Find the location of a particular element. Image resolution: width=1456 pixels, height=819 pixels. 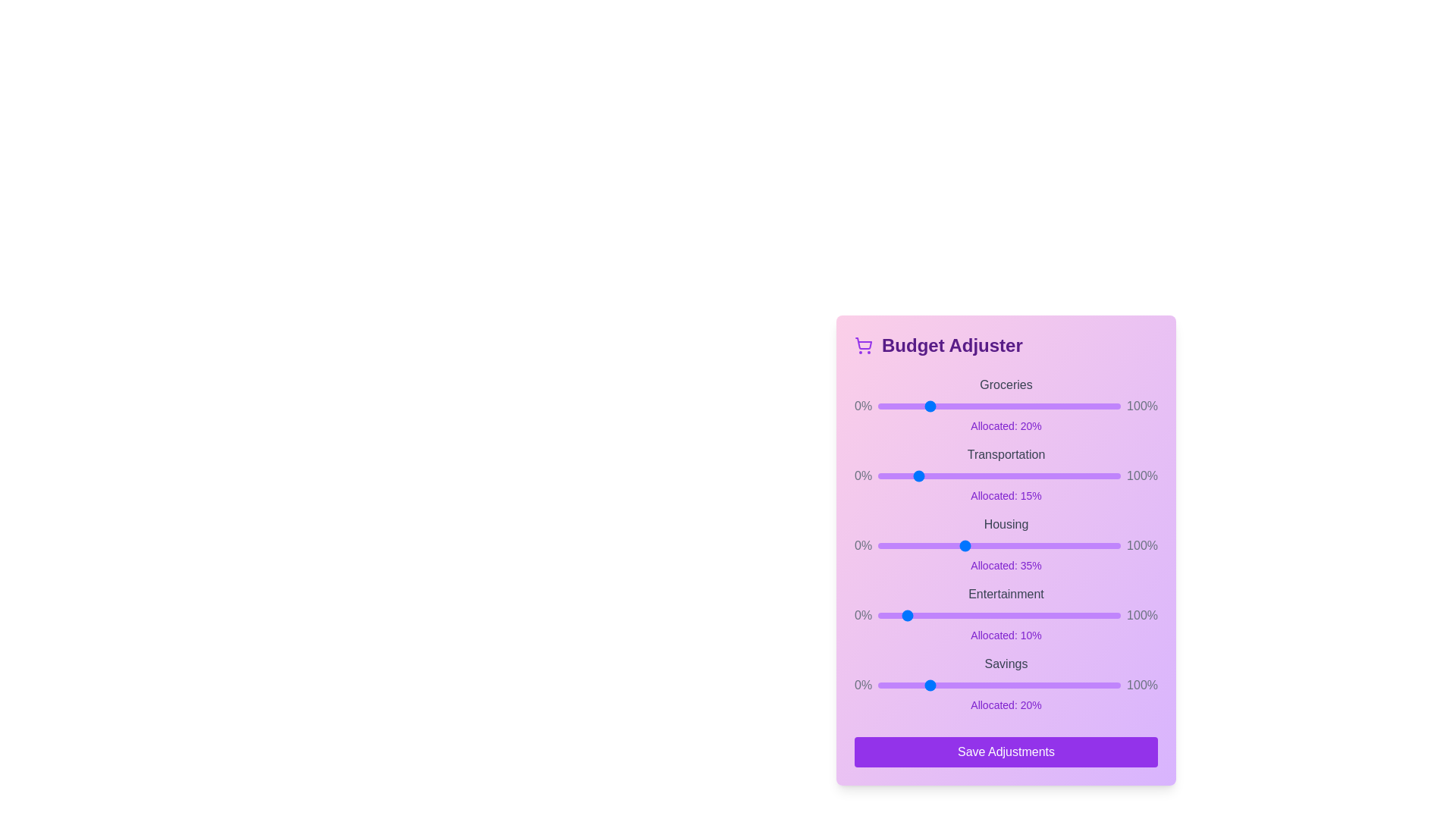

the cart icon to inspect its properties is located at coordinates (863, 345).